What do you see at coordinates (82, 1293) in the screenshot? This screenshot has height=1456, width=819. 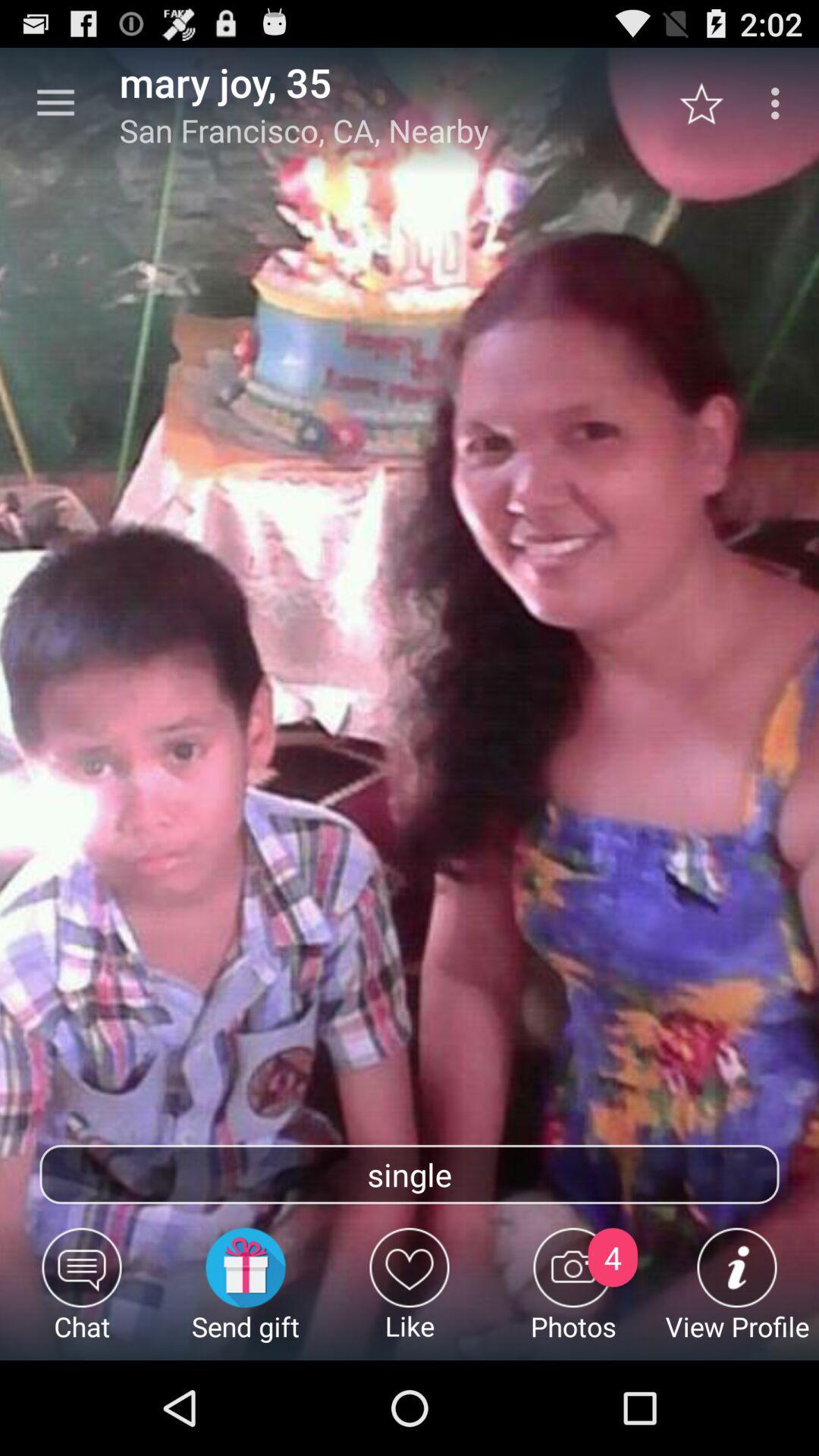 I see `chat` at bounding box center [82, 1293].